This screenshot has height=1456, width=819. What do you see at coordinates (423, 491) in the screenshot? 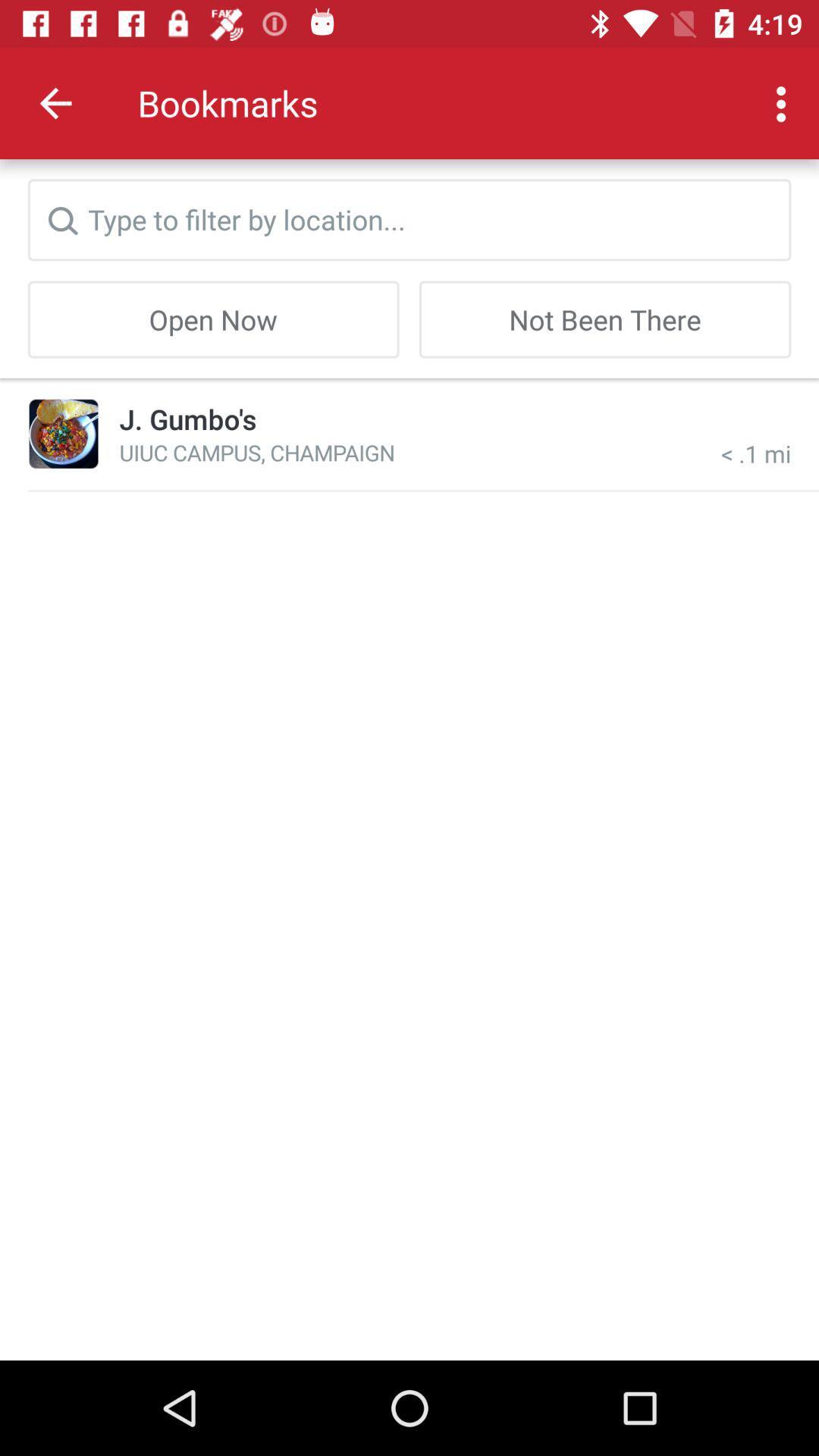
I see `the item below the < .1 mi item` at bounding box center [423, 491].